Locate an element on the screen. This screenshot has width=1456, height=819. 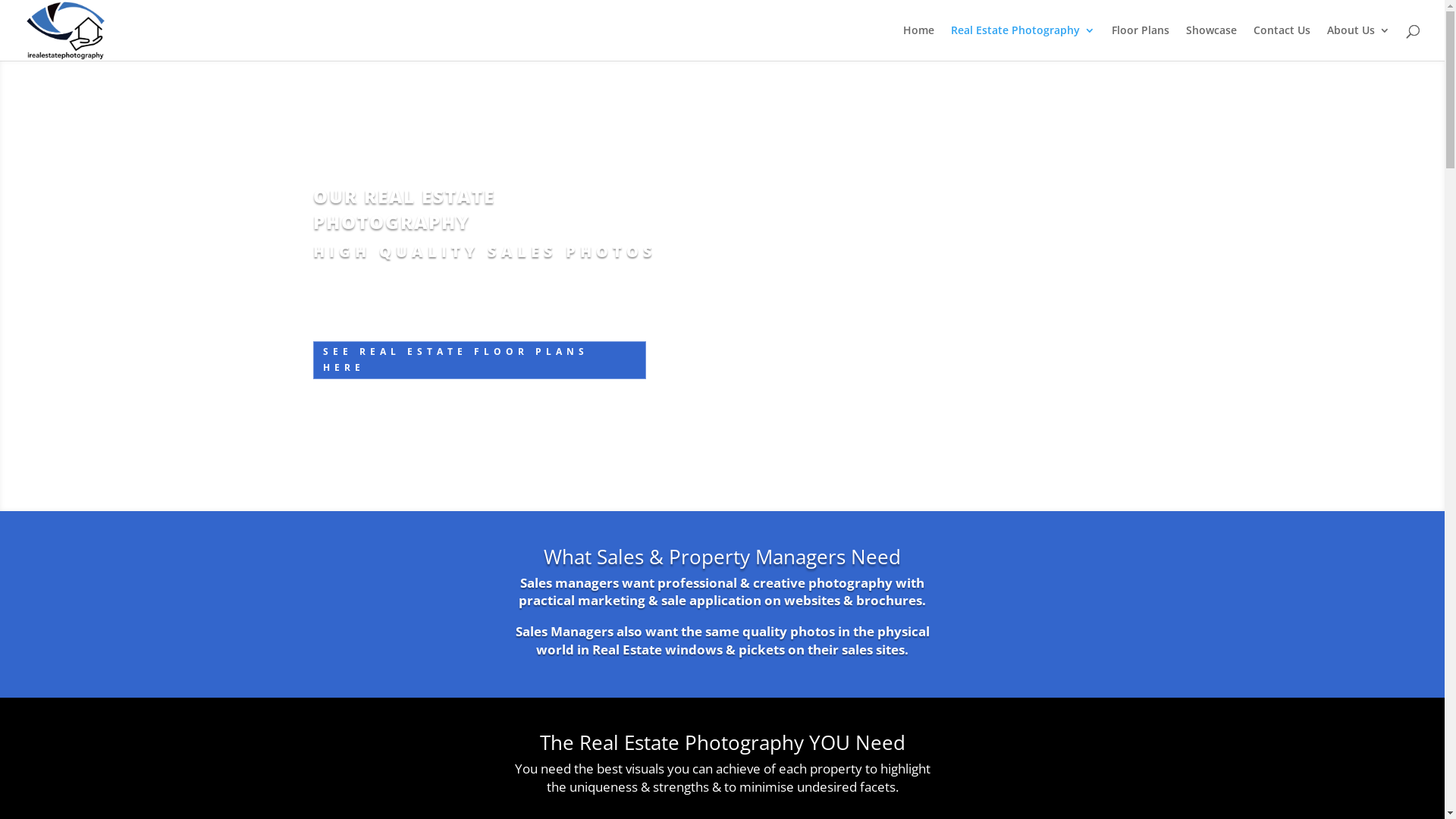
'Home' is located at coordinates (918, 42).